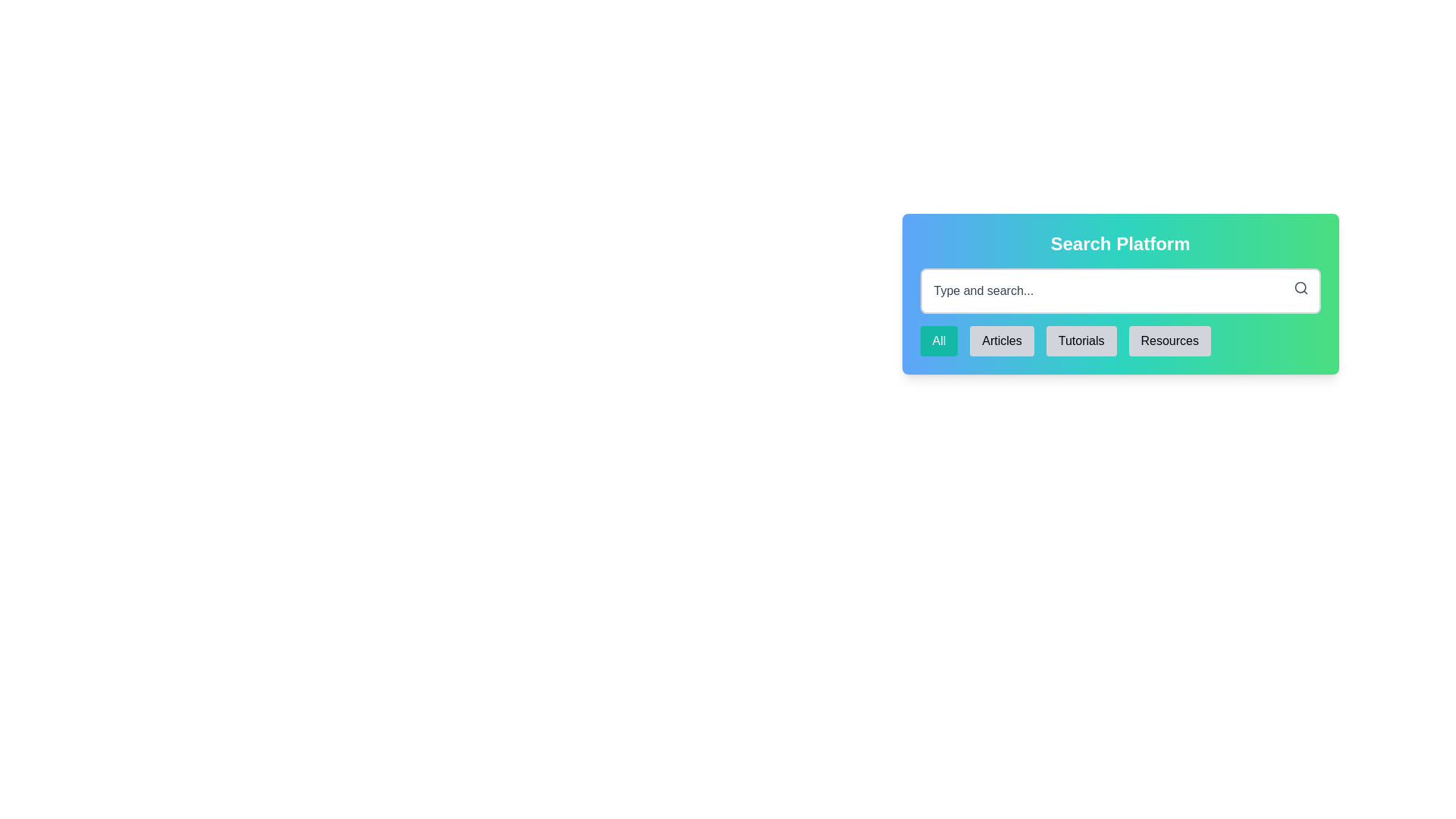  Describe the element at coordinates (1299, 287) in the screenshot. I see `the magnifying glass icon located at the upper-right corner of the search bar, which includes the decorative lens element` at that location.